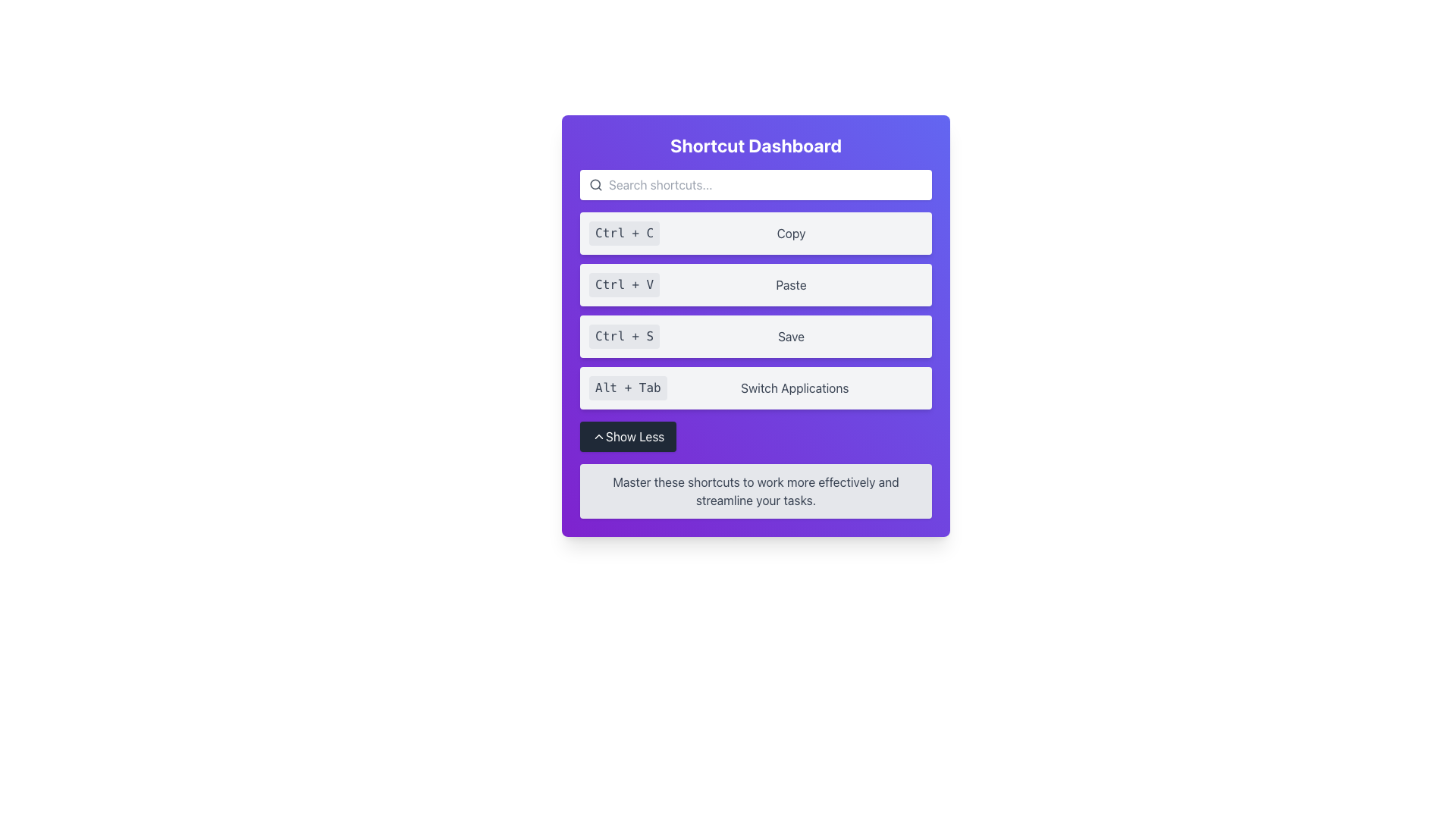 This screenshot has width=1456, height=819. Describe the element at coordinates (756, 335) in the screenshot. I see `the informational component that displays the keyboard shortcut for the 'Save' action, which is located vertically between the 'Ctrl + V' and 'Alt + Tab' shortcuts` at that location.